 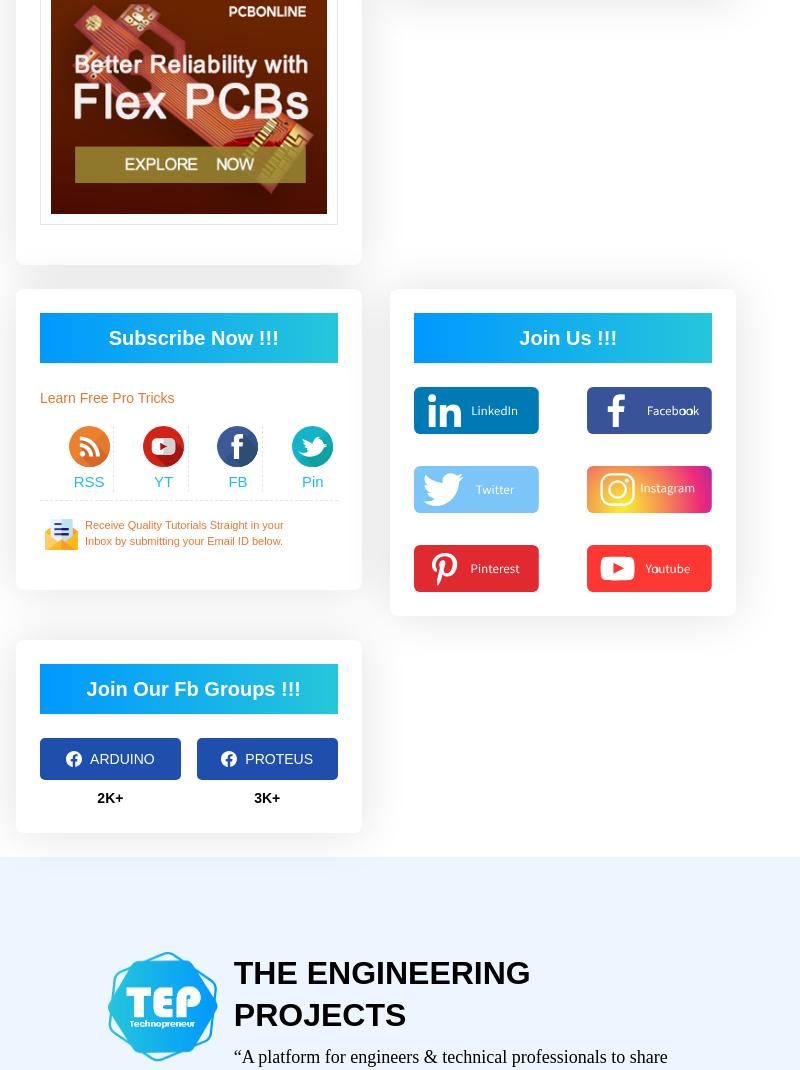 What do you see at coordinates (88, 480) in the screenshot?
I see `'RSS'` at bounding box center [88, 480].